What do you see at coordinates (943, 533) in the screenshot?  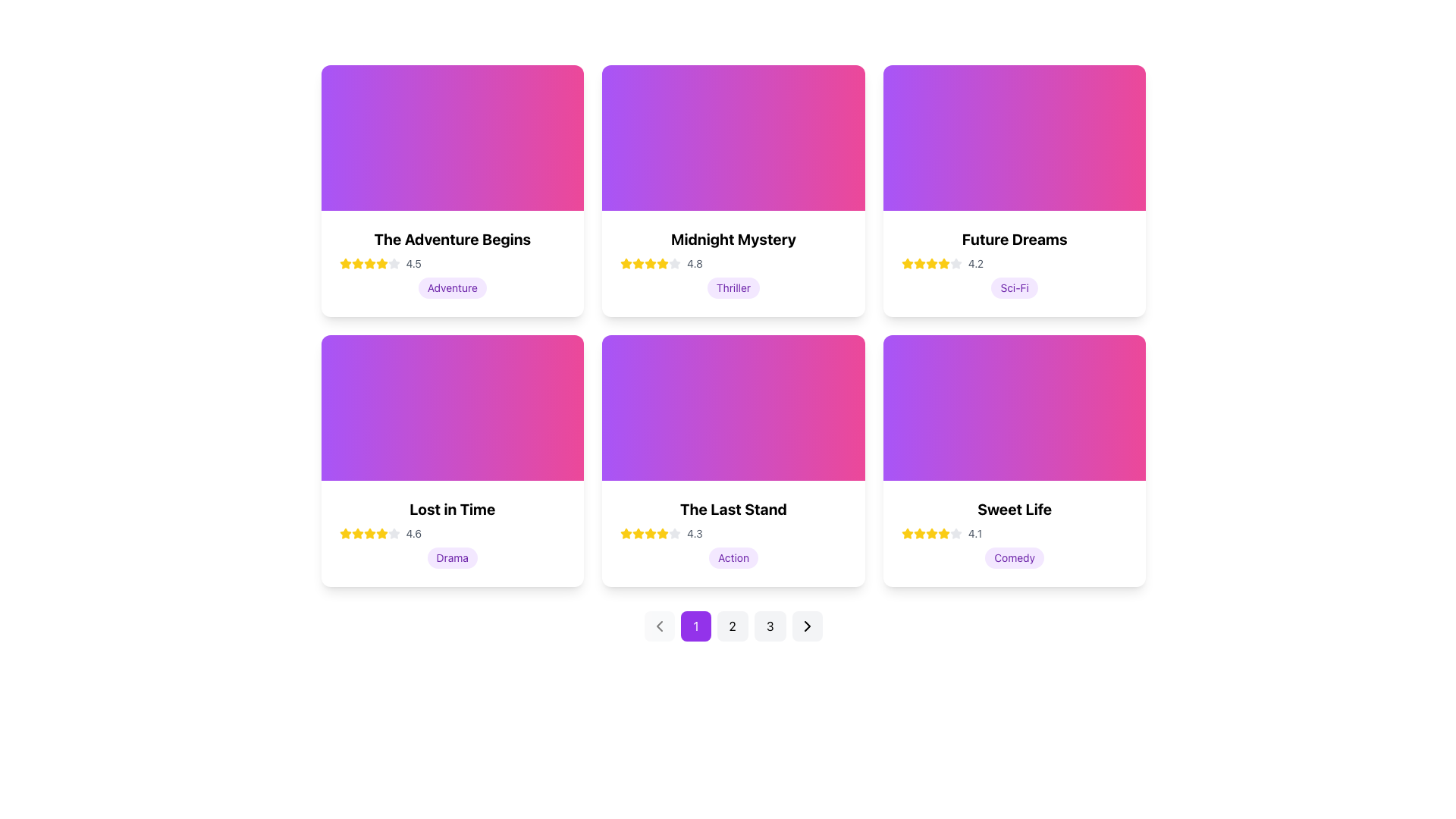 I see `the fifth star icon in the rating display for 'Sweet Life', which is yellow and part of a sequence of stars indicating a rating` at bounding box center [943, 533].